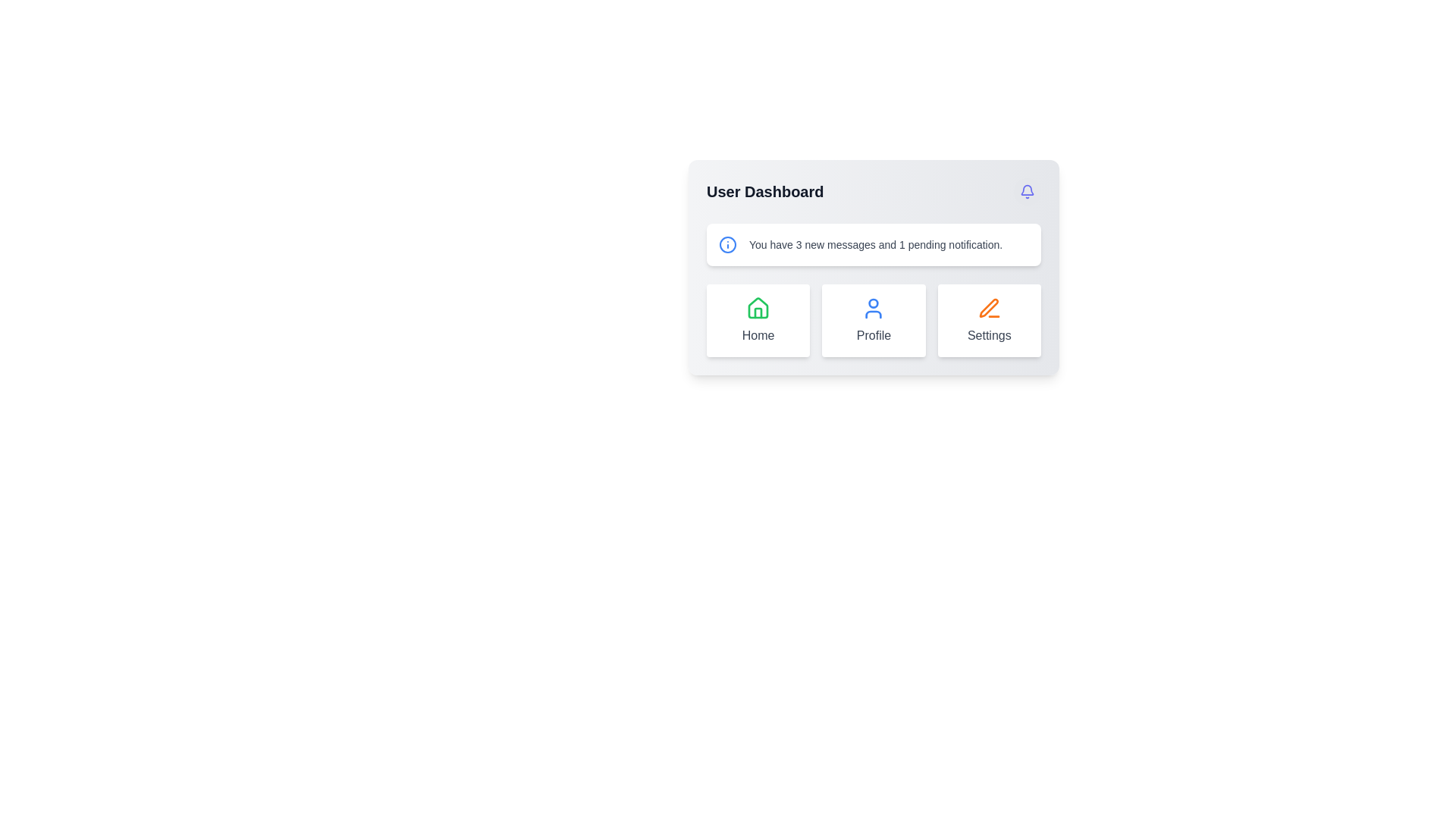  I want to click on the bell-shaped icon with a hollow outline and blue-indigo color tint located in the upper-right corner of the 'User Dashboard' card, so click(1027, 189).